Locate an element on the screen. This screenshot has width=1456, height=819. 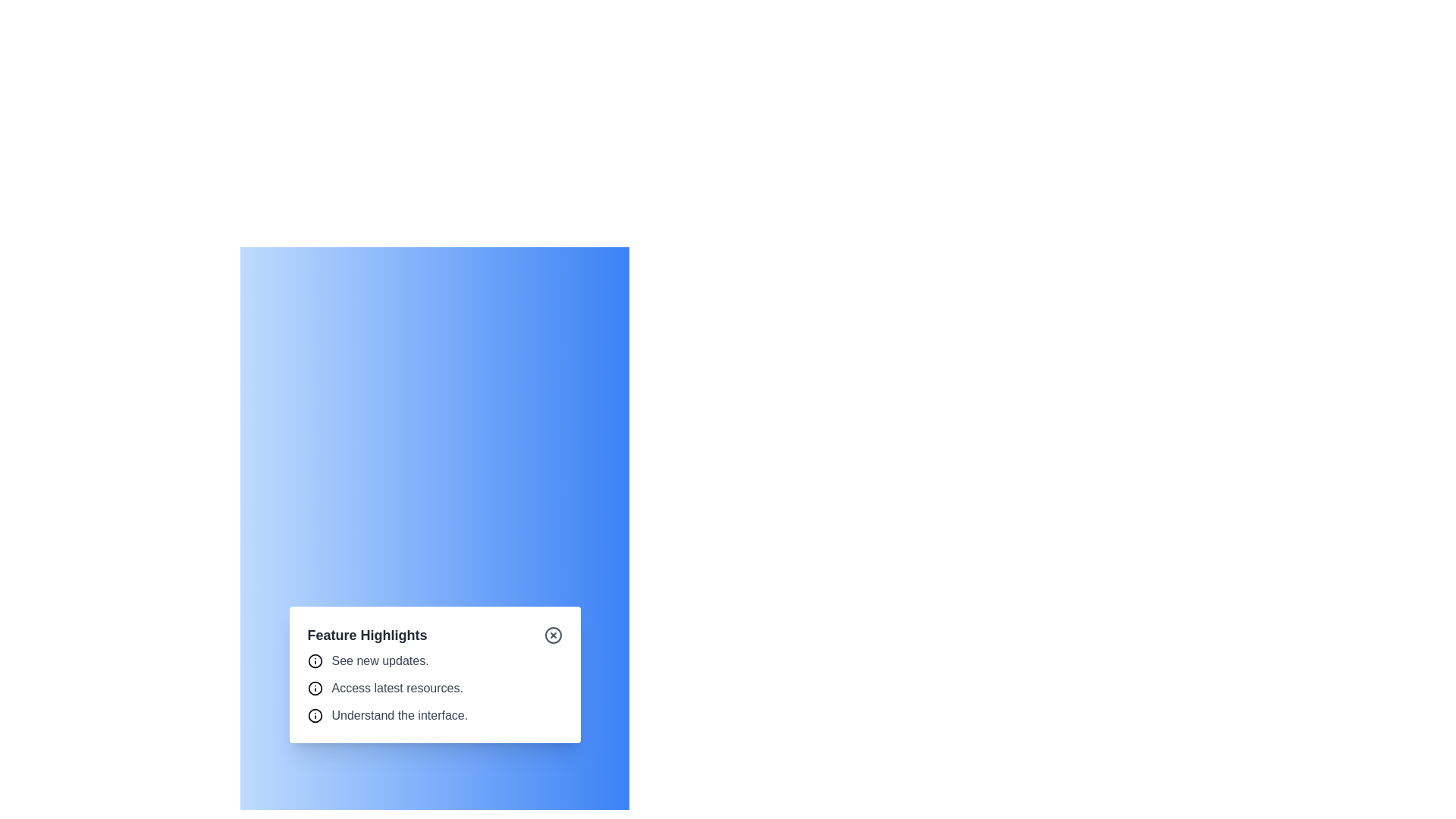
the informational text label that provides updates, located in the 'Feature Highlights' panel, second in line among similar text elements is located at coordinates (380, 660).